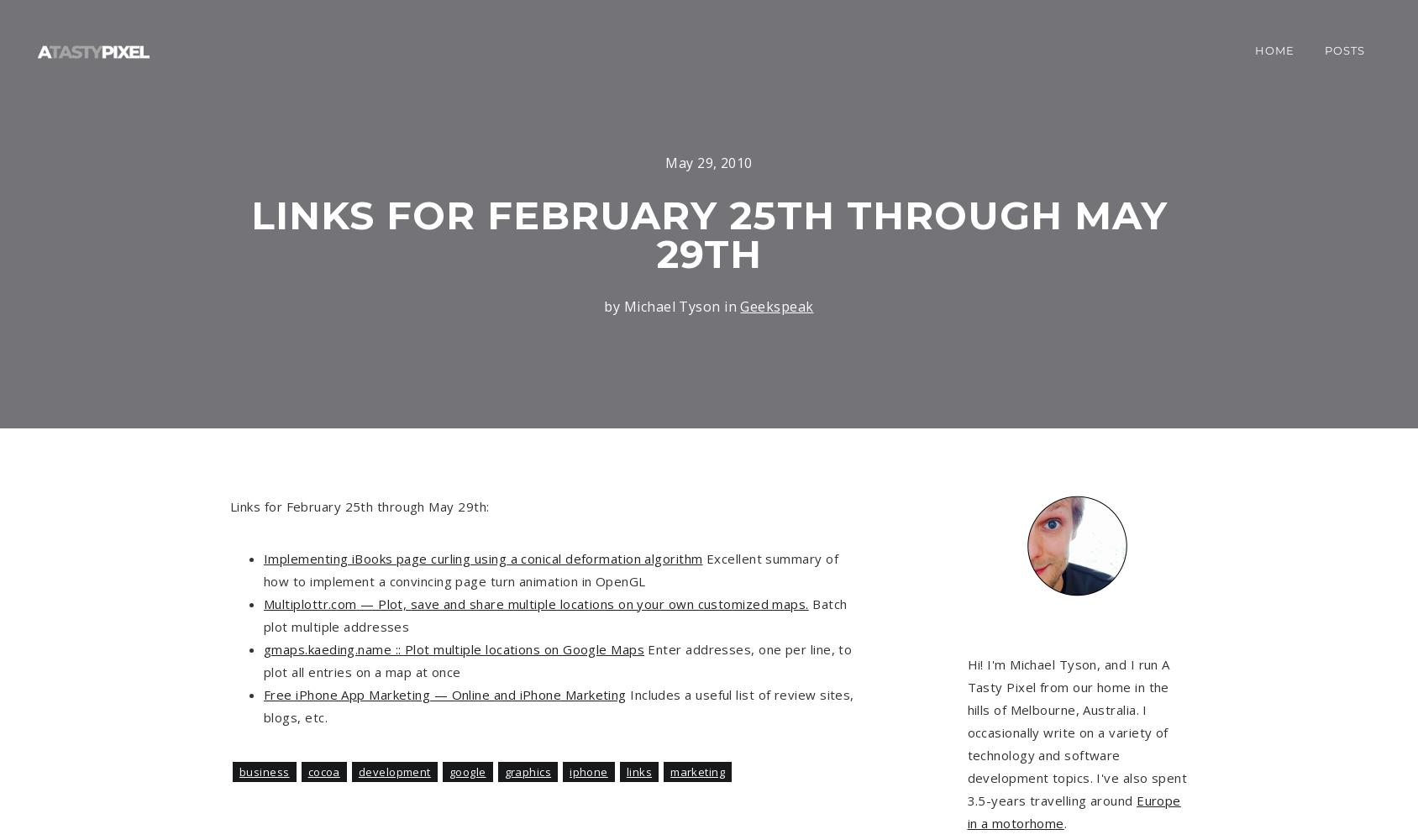  What do you see at coordinates (323, 772) in the screenshot?
I see `'Cocoa'` at bounding box center [323, 772].